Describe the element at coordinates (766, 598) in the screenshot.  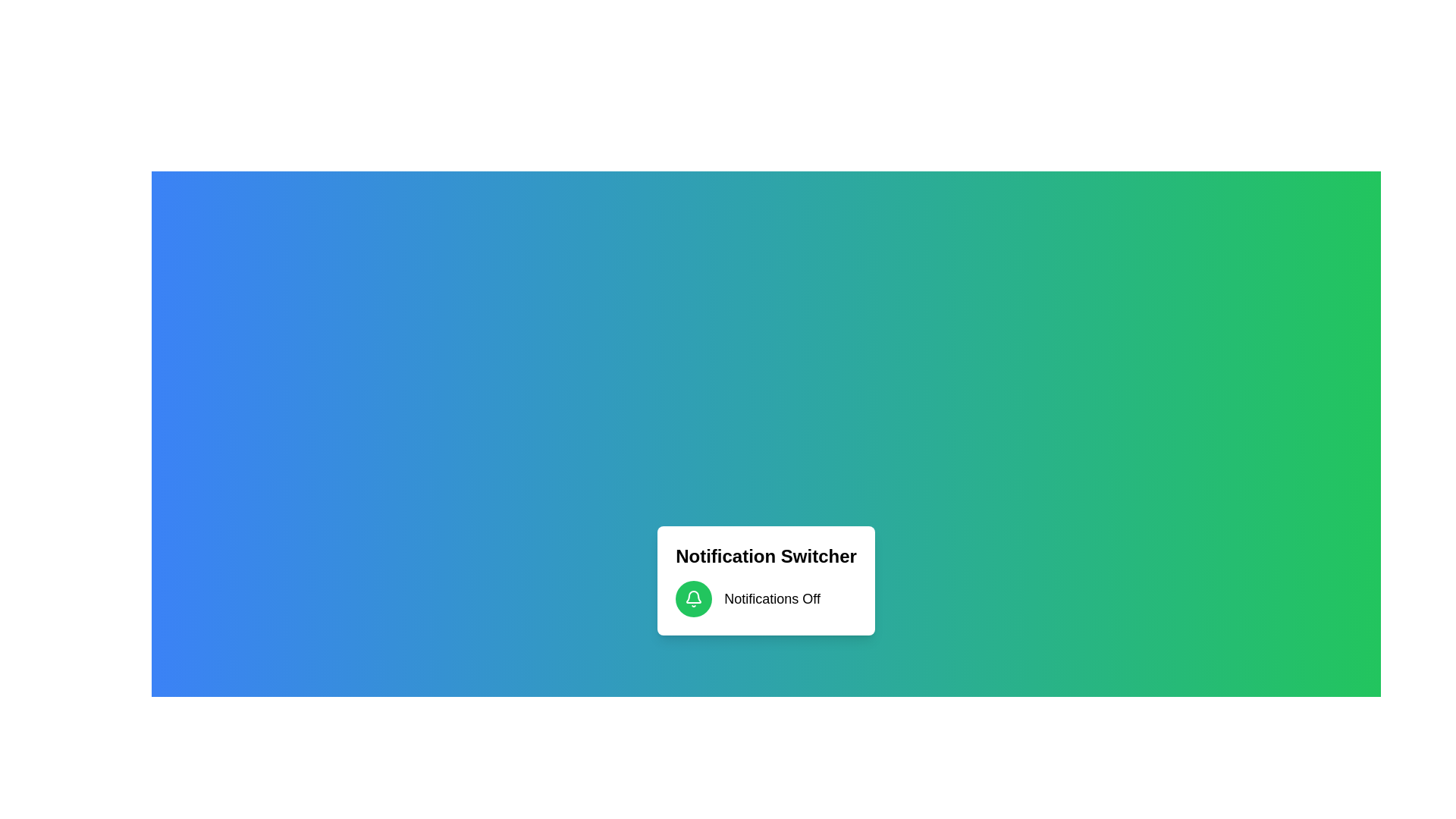
I see `the Descriptive indicator for notification status located below the 'Notification Switcher' heading` at that location.